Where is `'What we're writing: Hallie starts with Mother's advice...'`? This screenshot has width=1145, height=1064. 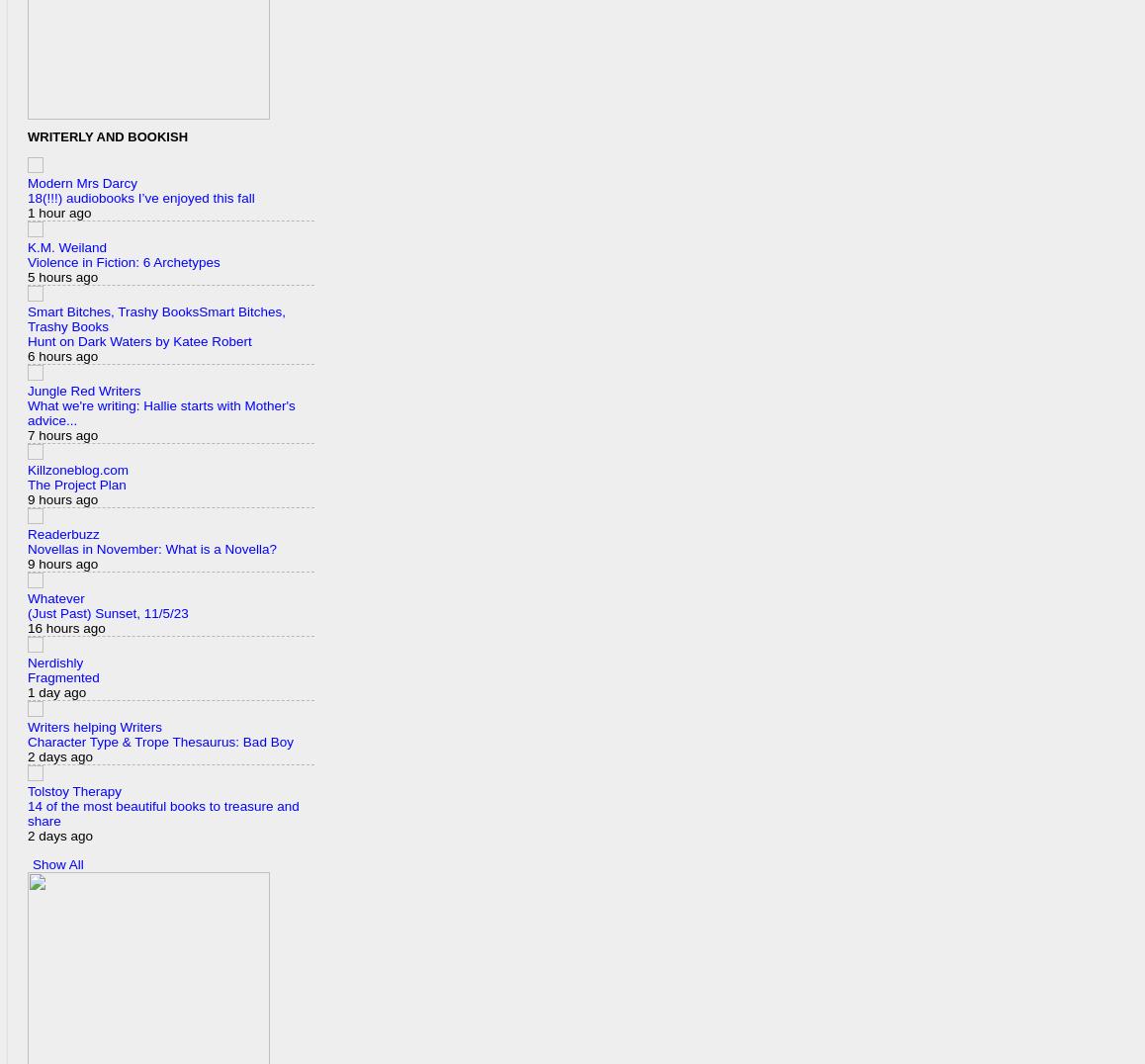
'What we're writing: Hallie starts with Mother's advice...' is located at coordinates (160, 413).